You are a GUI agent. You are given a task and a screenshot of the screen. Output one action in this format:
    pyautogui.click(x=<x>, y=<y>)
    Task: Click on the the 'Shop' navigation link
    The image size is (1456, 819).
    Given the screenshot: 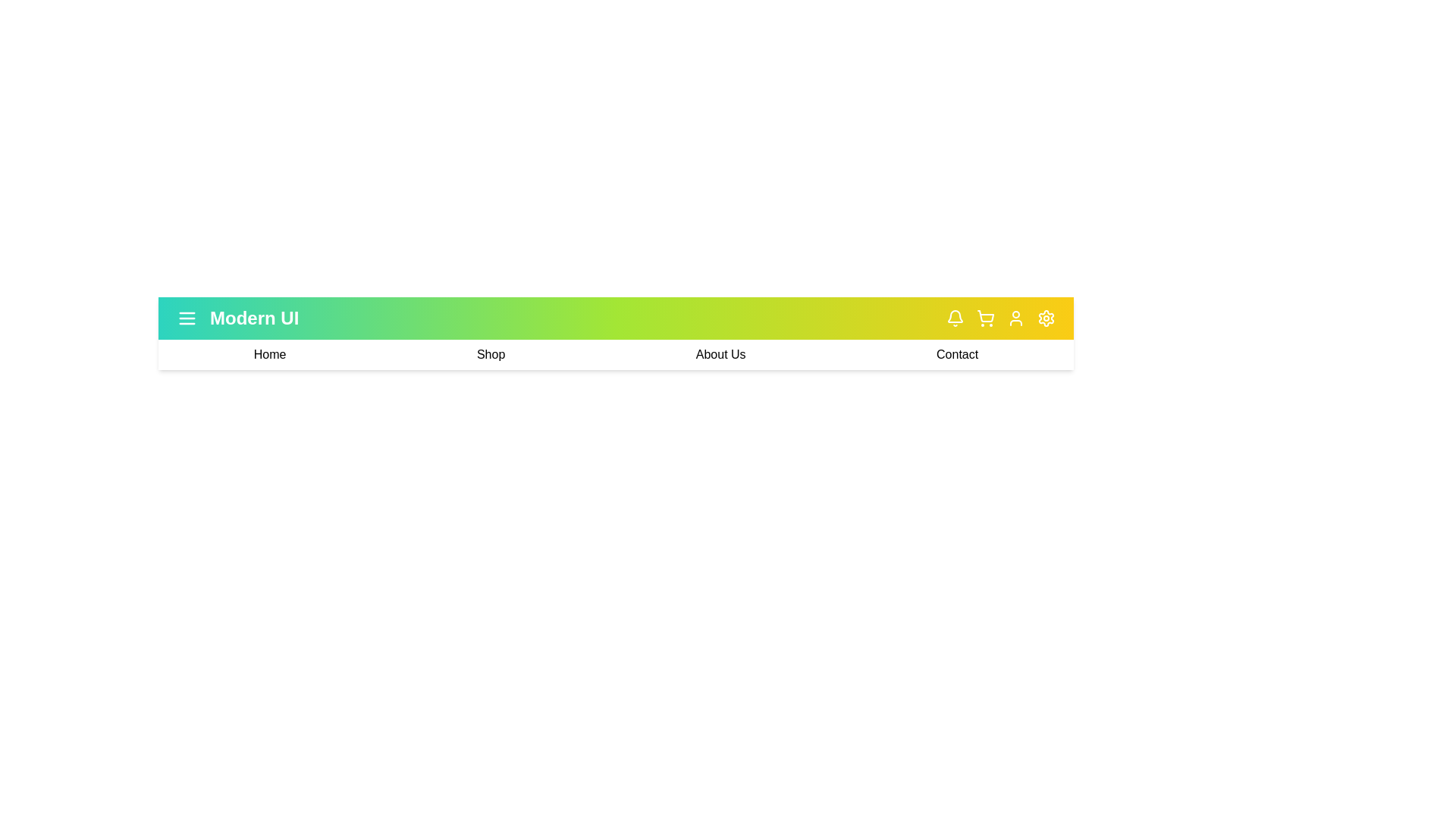 What is the action you would take?
    pyautogui.click(x=491, y=354)
    